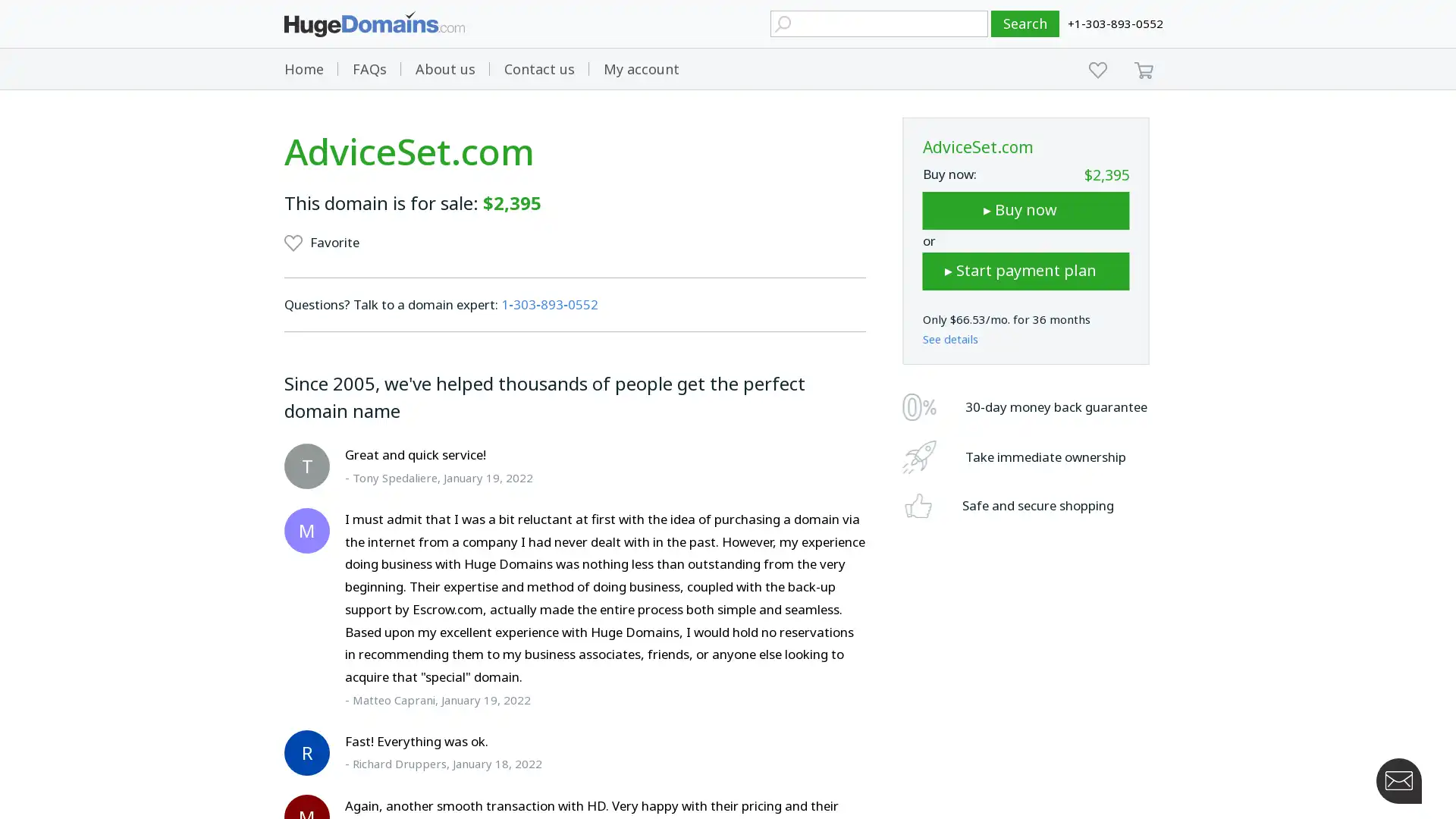 The width and height of the screenshot is (1456, 819). Describe the element at coordinates (1025, 24) in the screenshot. I see `Search` at that location.